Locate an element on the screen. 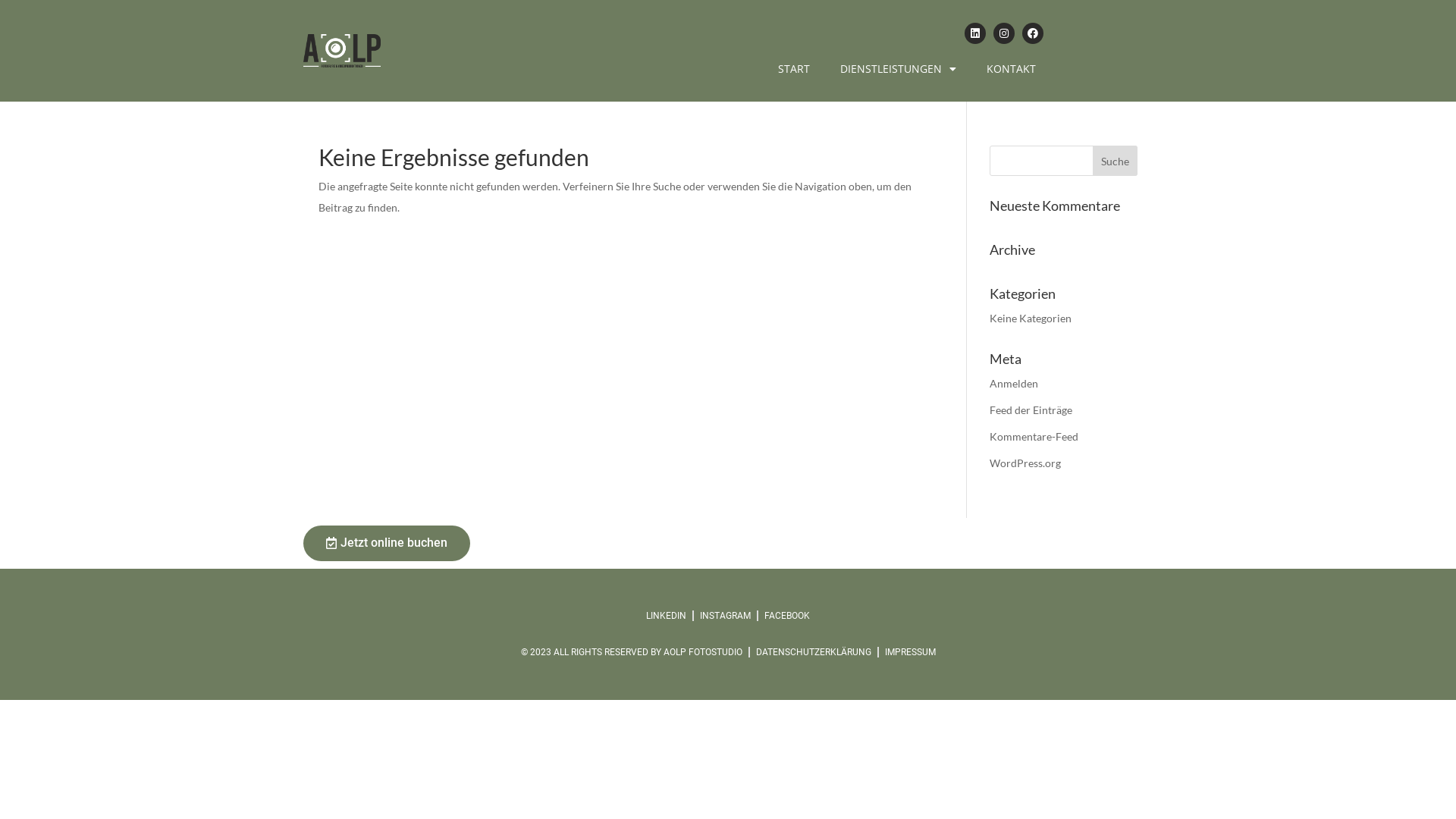  'IMPRESSUM' is located at coordinates (884, 651).